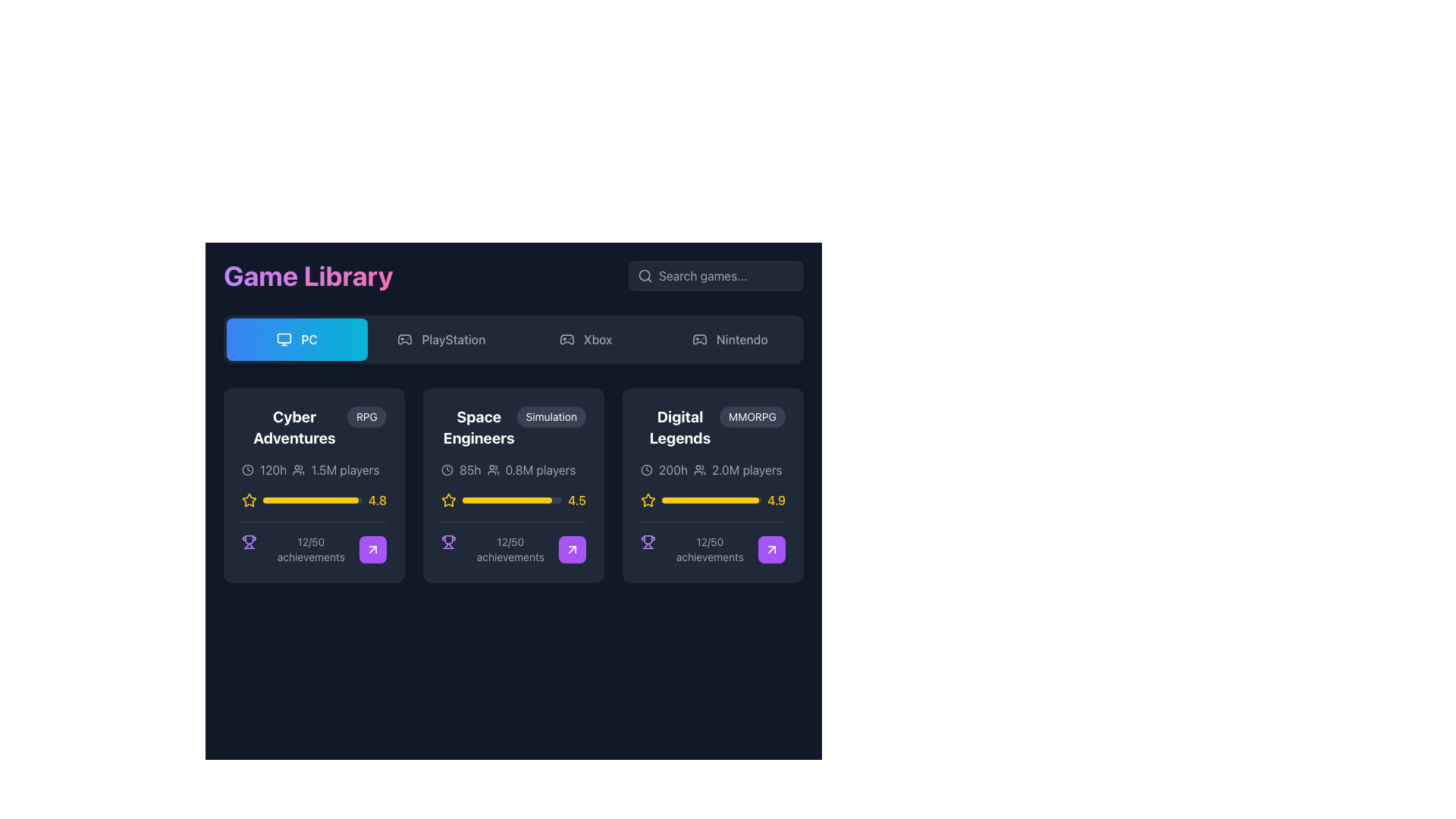 The width and height of the screenshot is (1456, 819). Describe the element at coordinates (309, 338) in the screenshot. I see `'PC' text label which identifies the current platform choice in the navigation options under the 'Game Library' section` at that location.